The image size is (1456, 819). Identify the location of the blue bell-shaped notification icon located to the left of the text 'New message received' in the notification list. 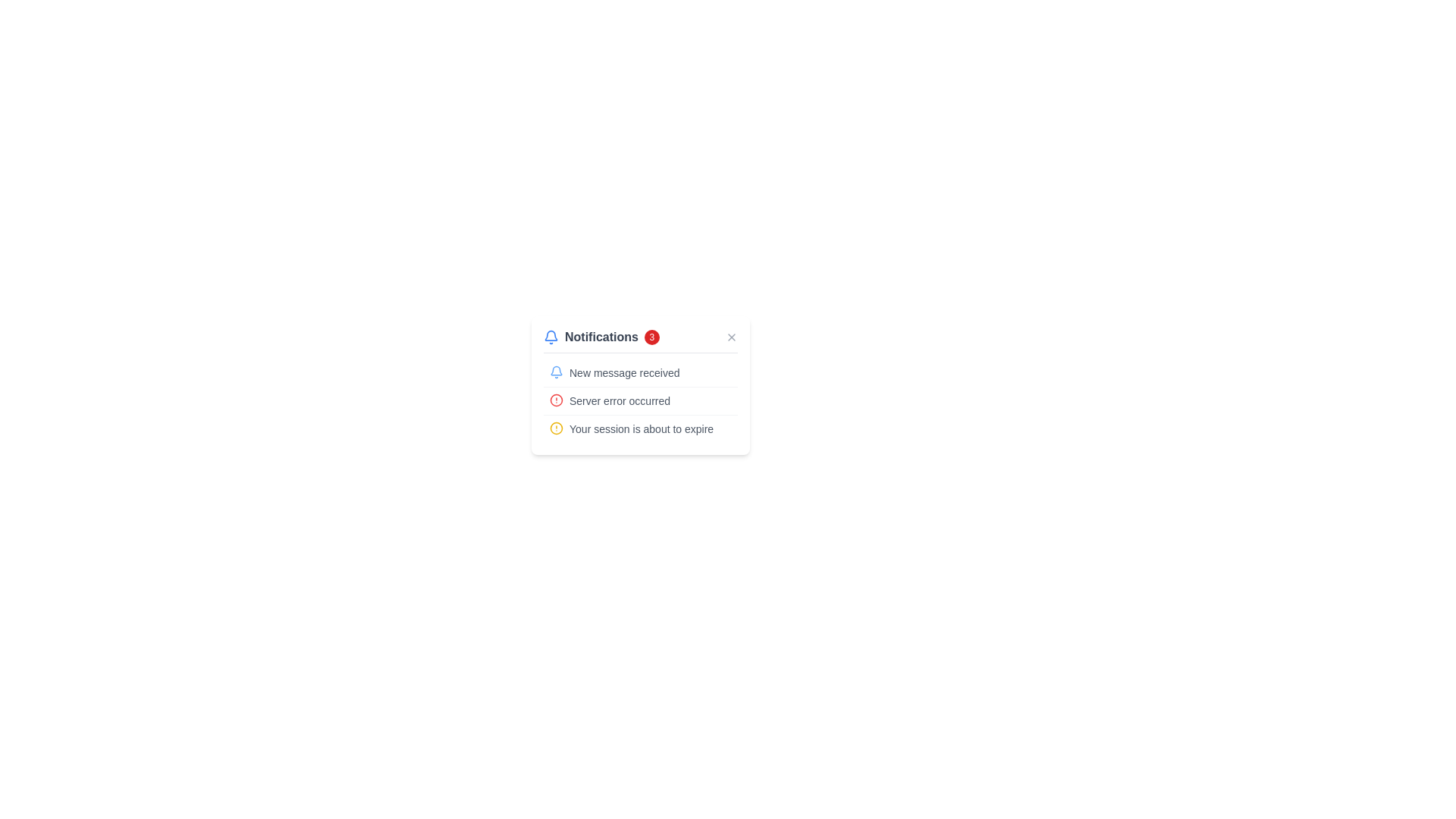
(556, 372).